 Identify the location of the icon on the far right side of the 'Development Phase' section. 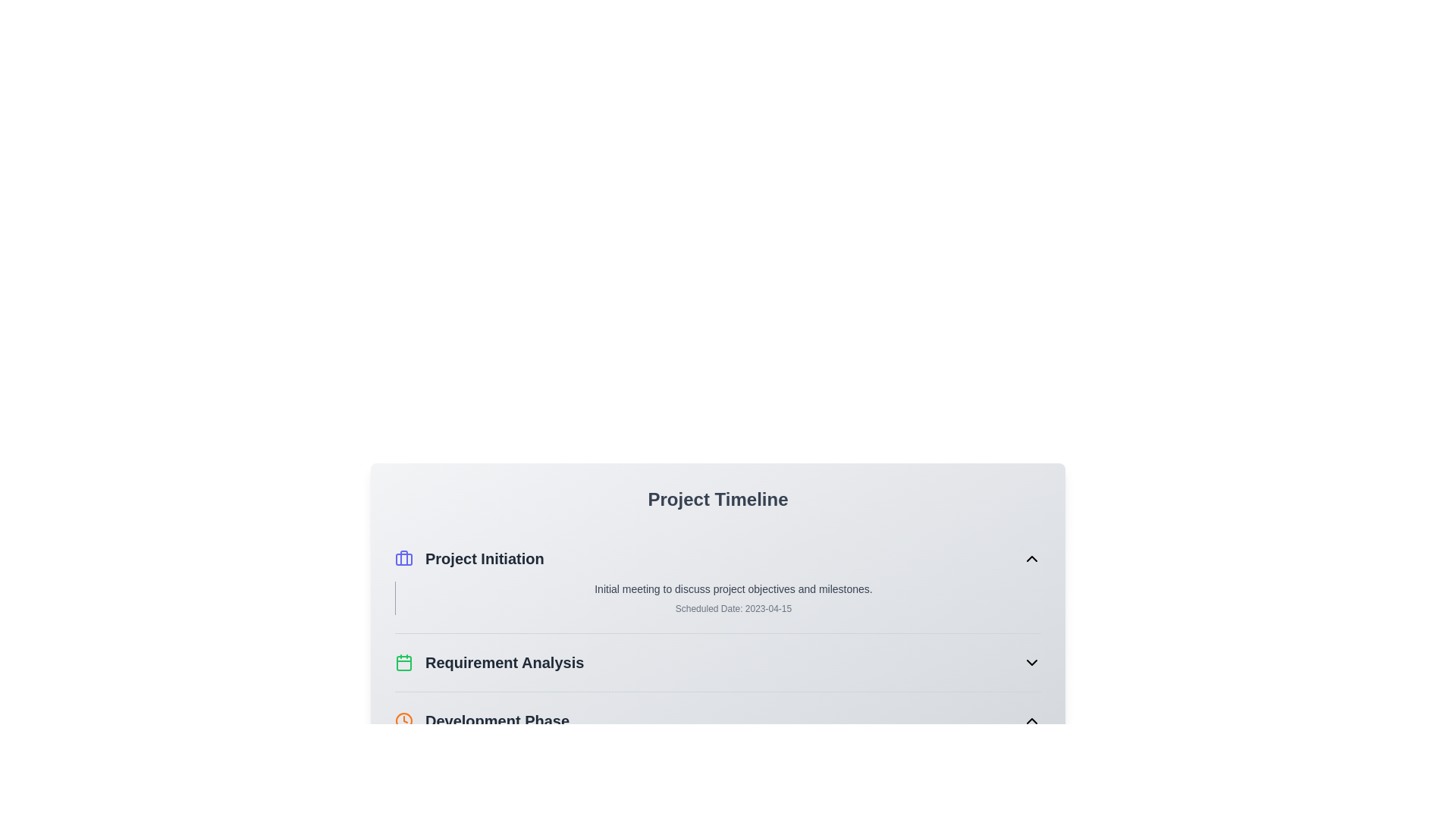
(1031, 720).